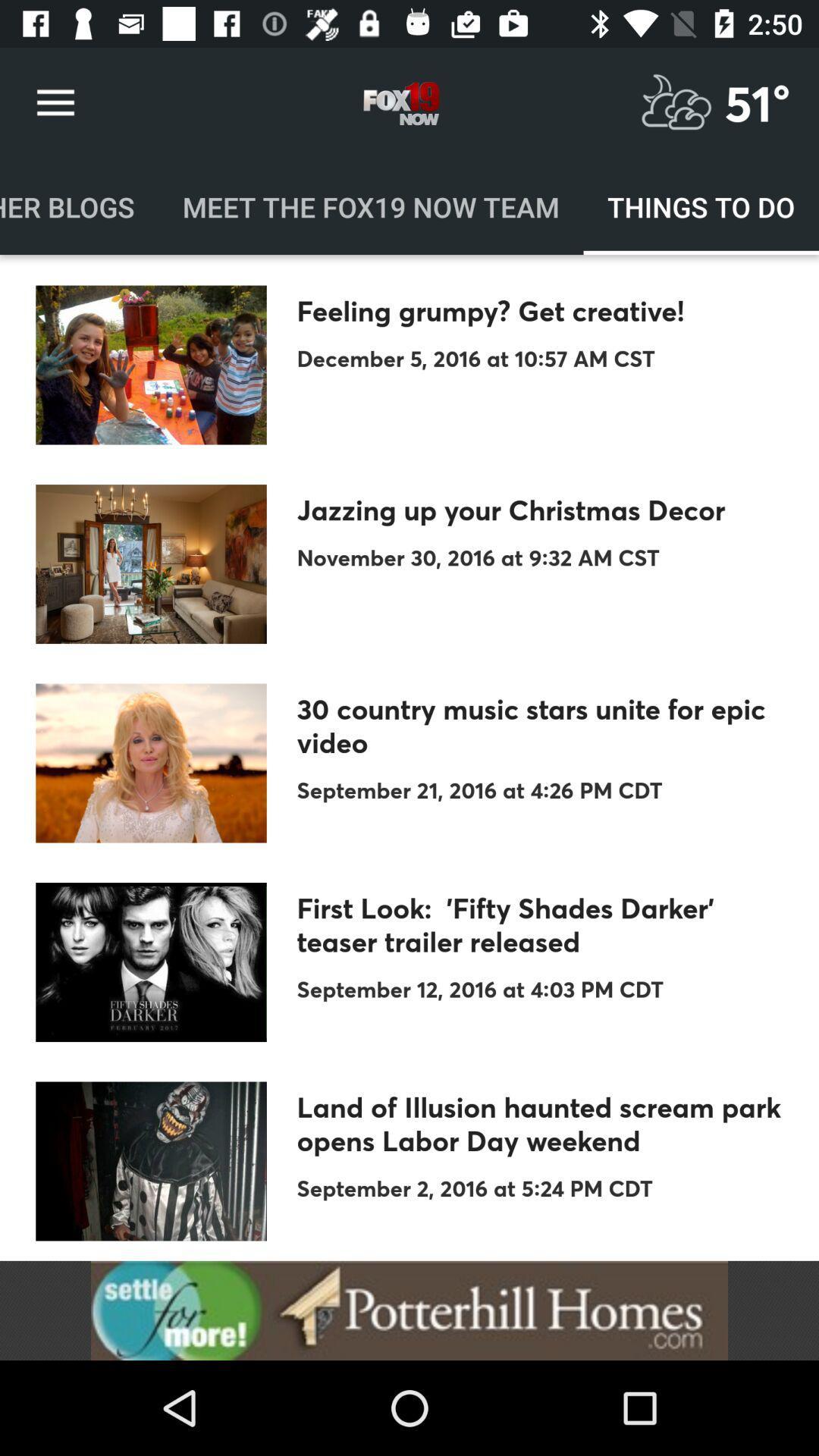  What do you see at coordinates (409, 1310) in the screenshot?
I see `so the advertisement` at bounding box center [409, 1310].